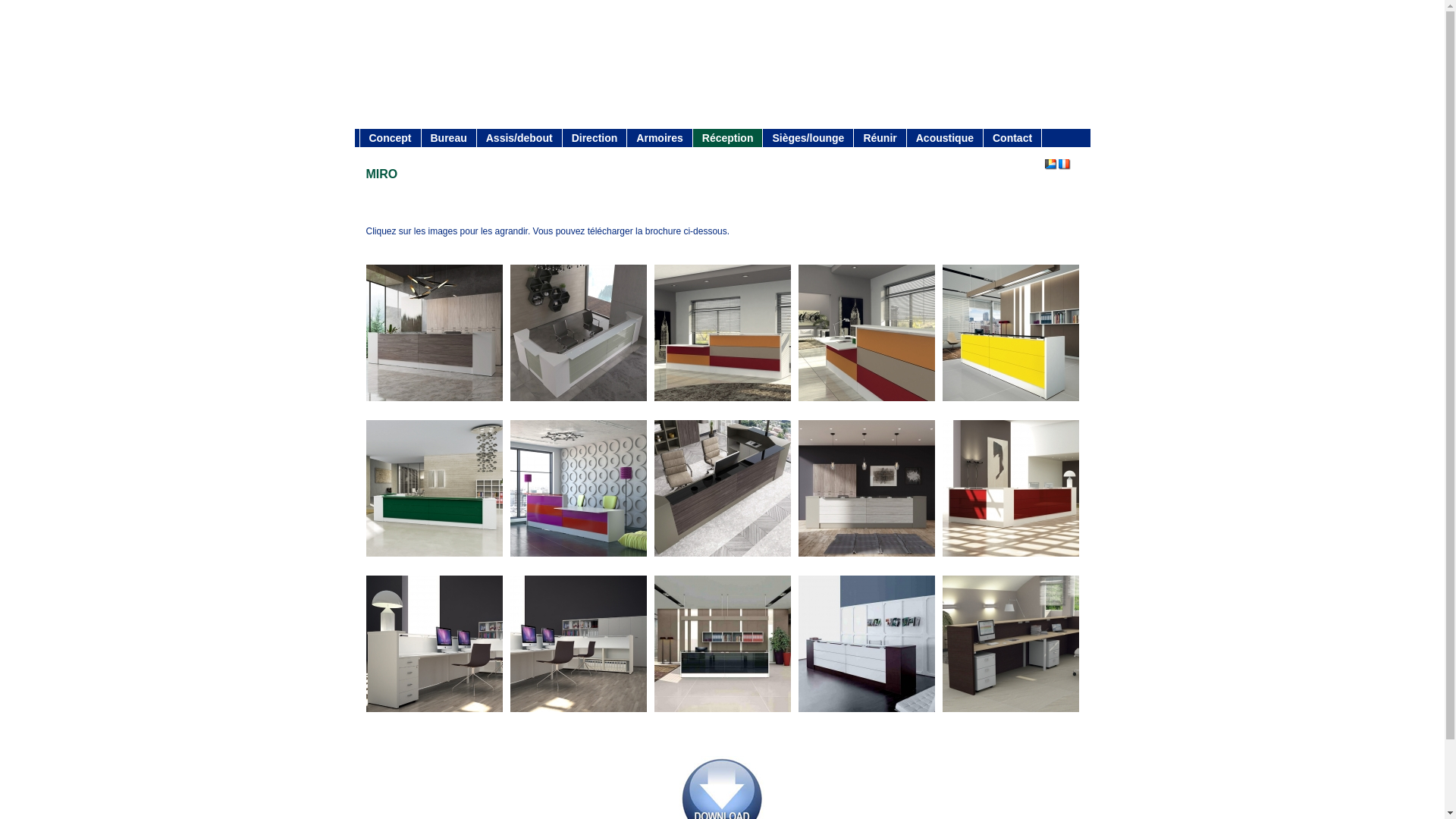 The image size is (1456, 819). I want to click on 'Nederlands', so click(1050, 164).